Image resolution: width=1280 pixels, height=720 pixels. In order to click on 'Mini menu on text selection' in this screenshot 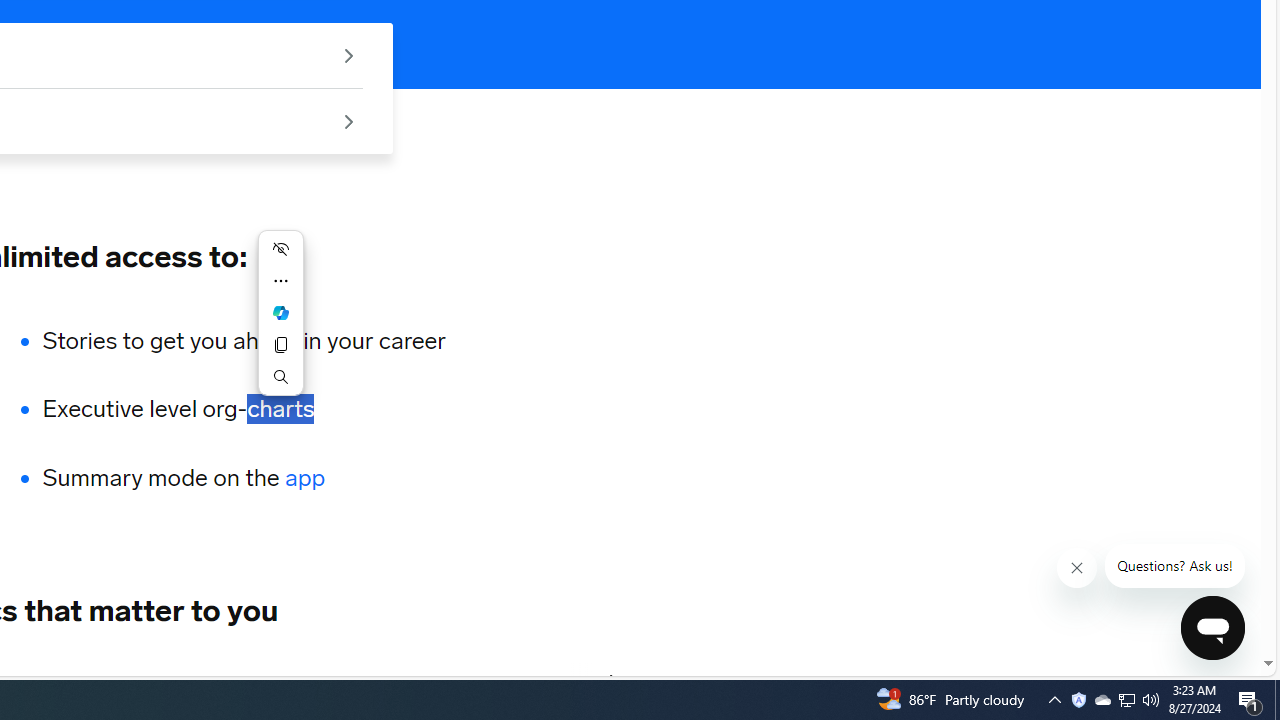, I will do `click(279, 324)`.